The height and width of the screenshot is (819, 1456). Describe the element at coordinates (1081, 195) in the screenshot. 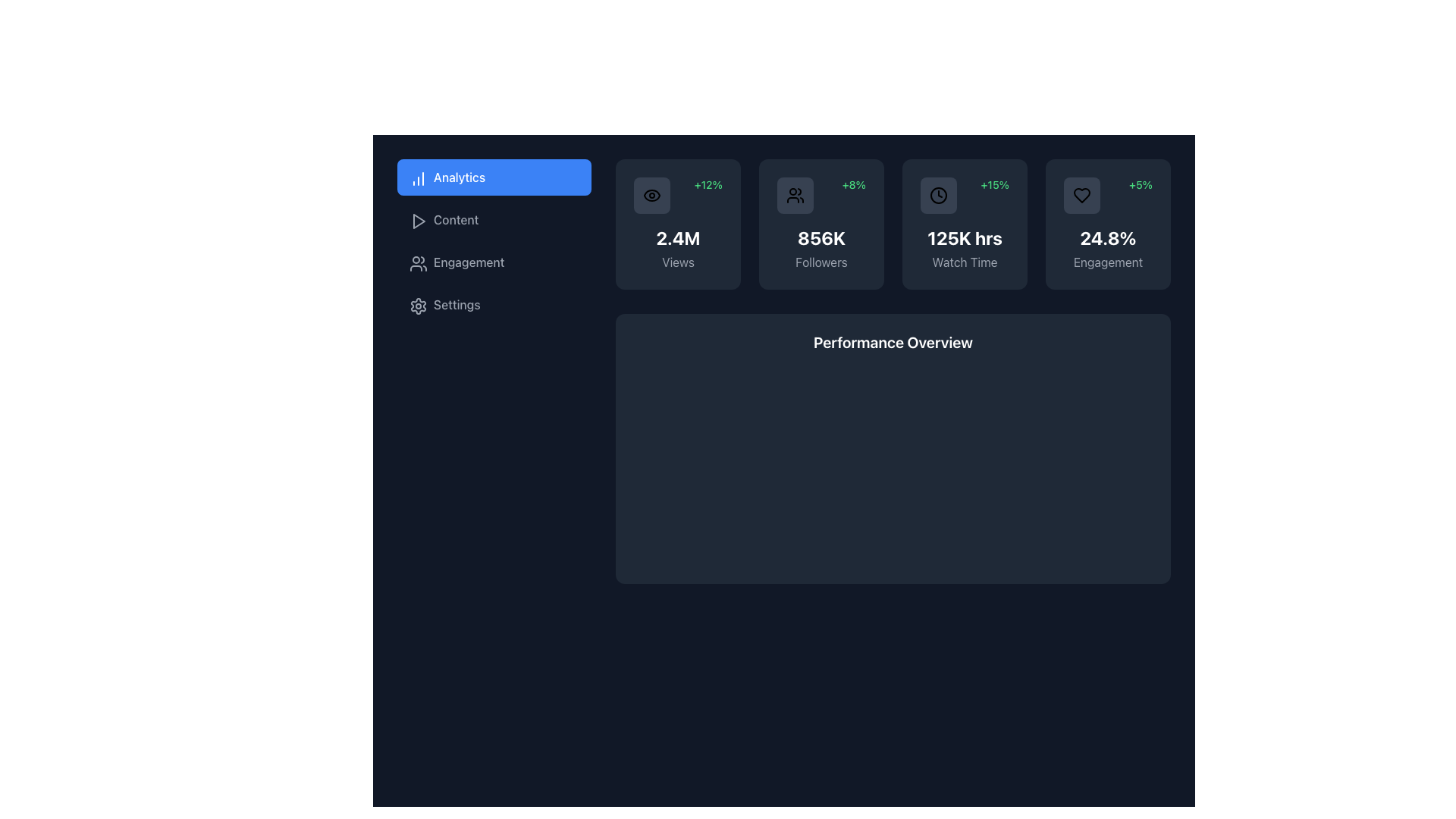

I see `the heart-shaped icon outline located in the top-right corner of the 'Engagement' card in the user interface` at that location.